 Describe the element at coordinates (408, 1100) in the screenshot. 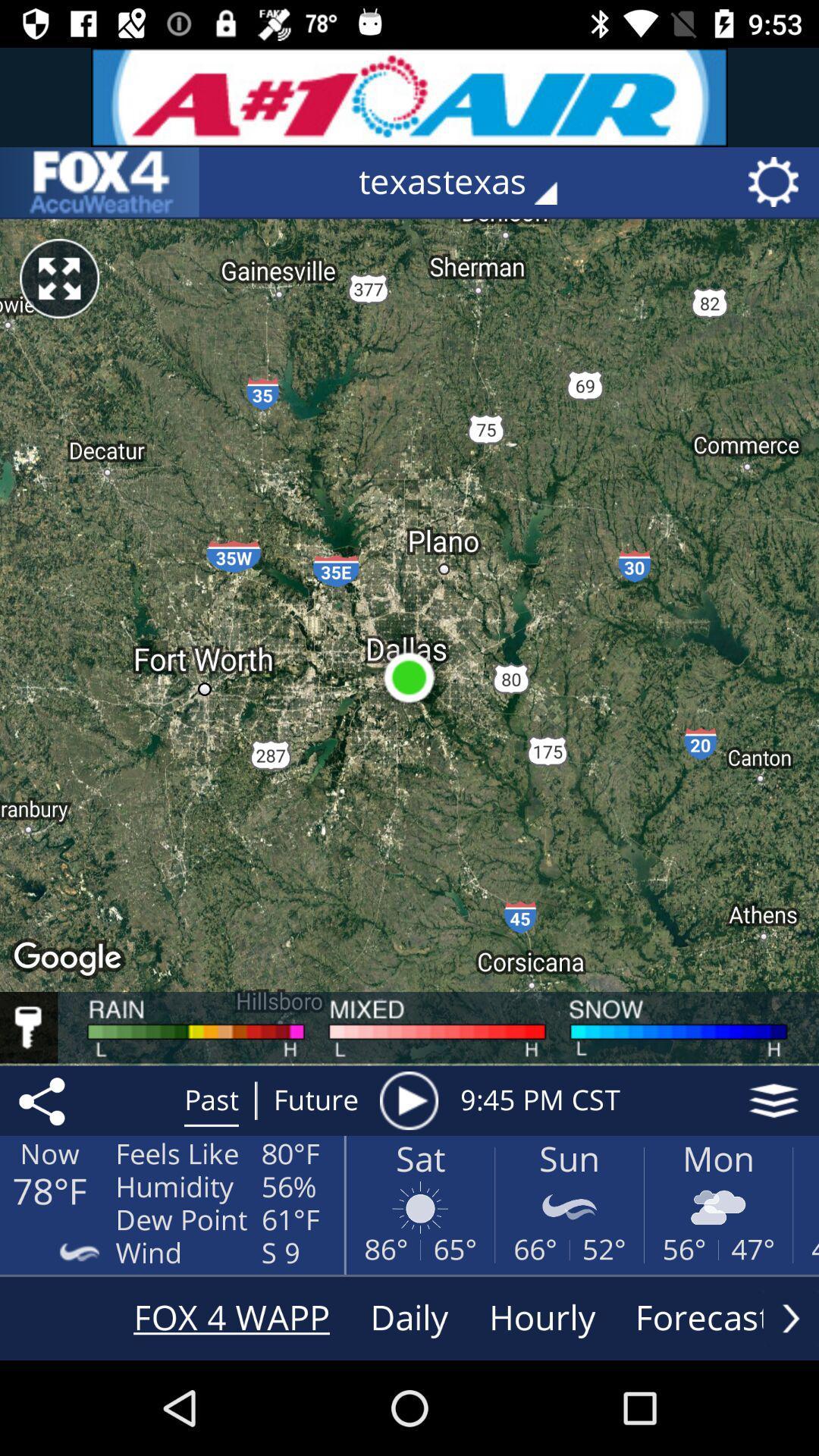

I see `the icon next to future` at that location.